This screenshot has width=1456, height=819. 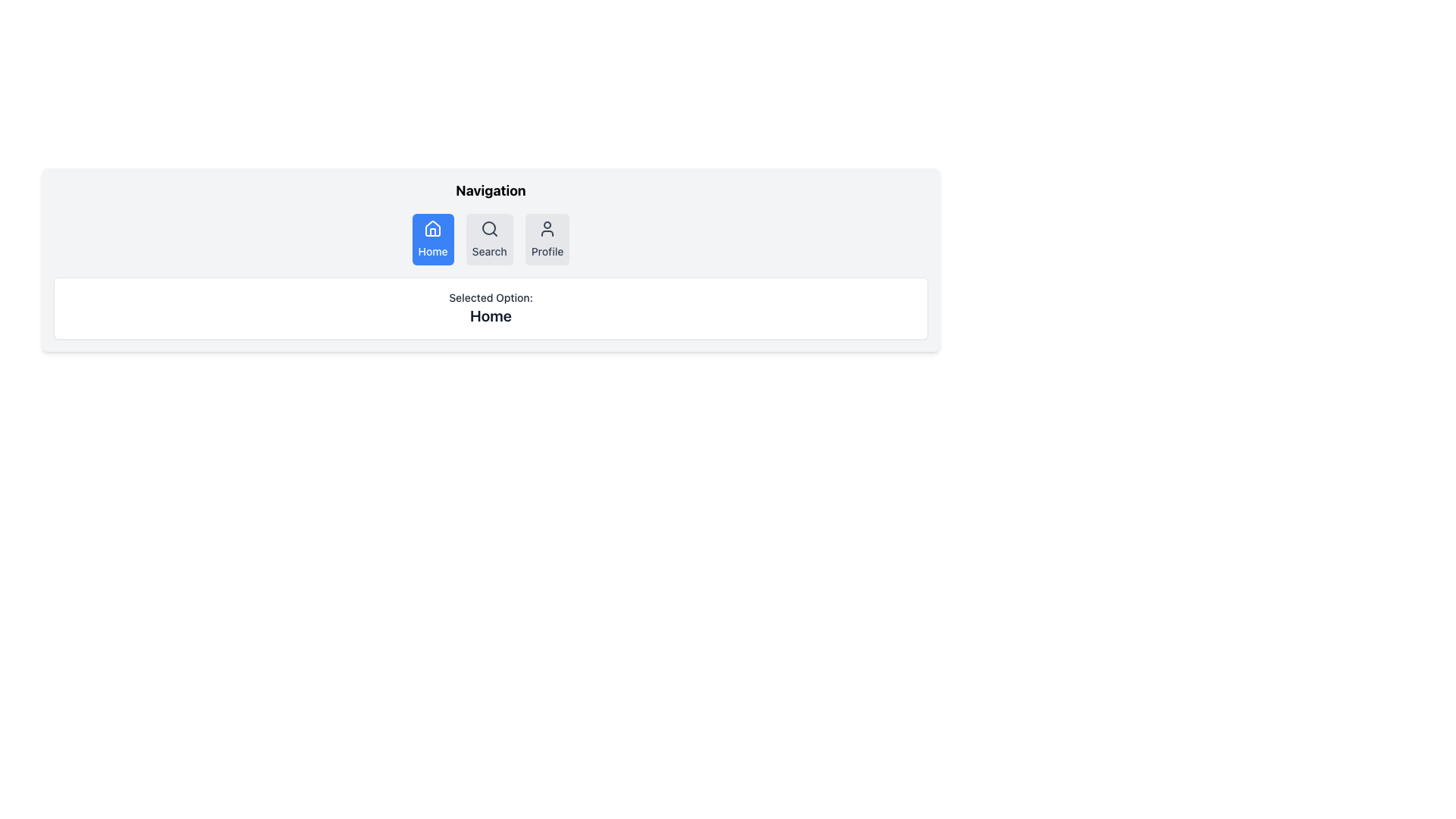 What do you see at coordinates (547, 228) in the screenshot?
I see `the user profile icon located at the far right of the horizontal navigation bar` at bounding box center [547, 228].